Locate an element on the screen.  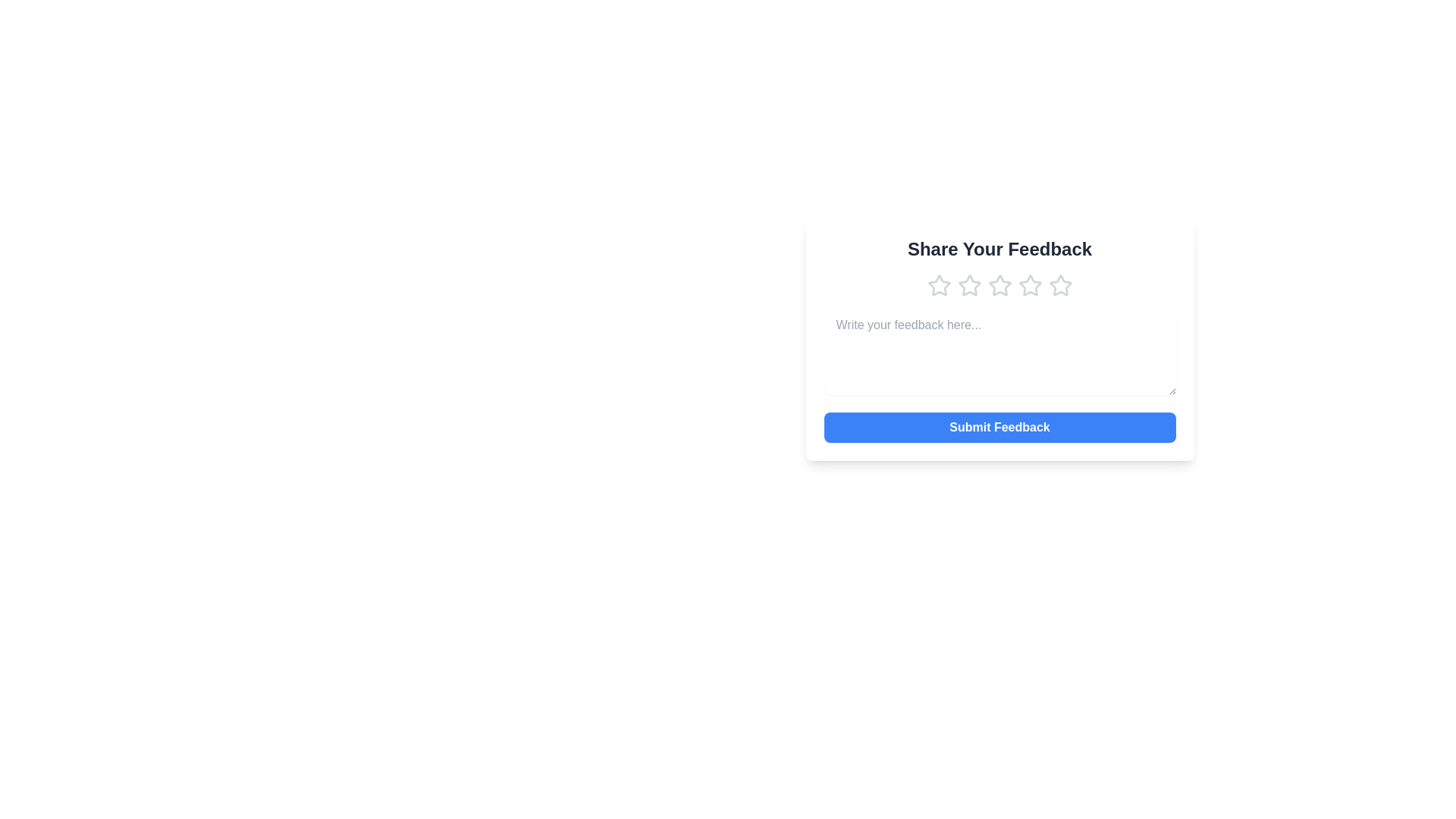
the second star icon from the left in the rating star row is located at coordinates (968, 284).